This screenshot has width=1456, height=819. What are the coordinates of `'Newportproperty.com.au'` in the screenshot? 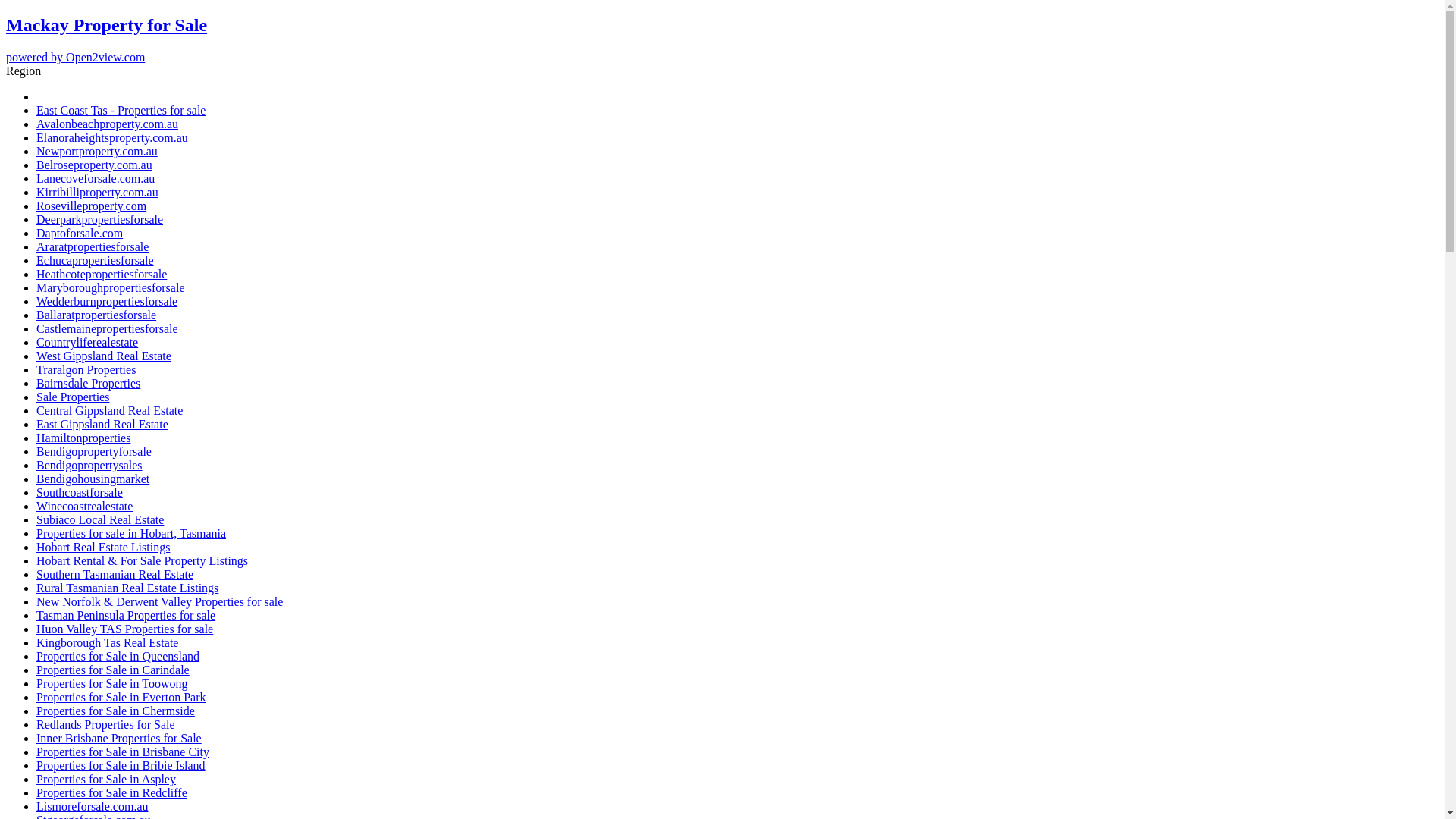 It's located at (96, 151).